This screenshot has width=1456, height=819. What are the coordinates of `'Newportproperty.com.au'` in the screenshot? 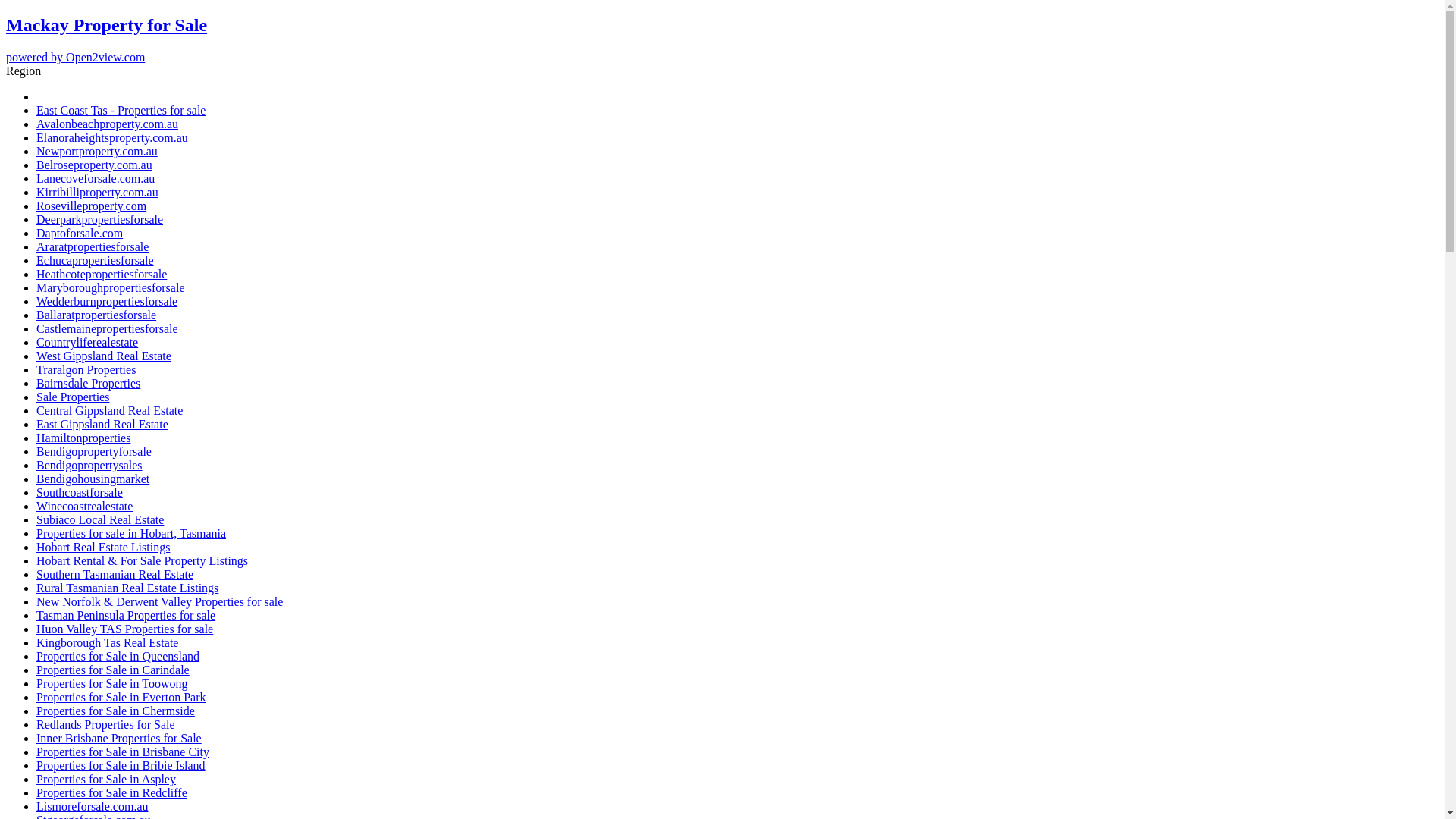 It's located at (96, 151).